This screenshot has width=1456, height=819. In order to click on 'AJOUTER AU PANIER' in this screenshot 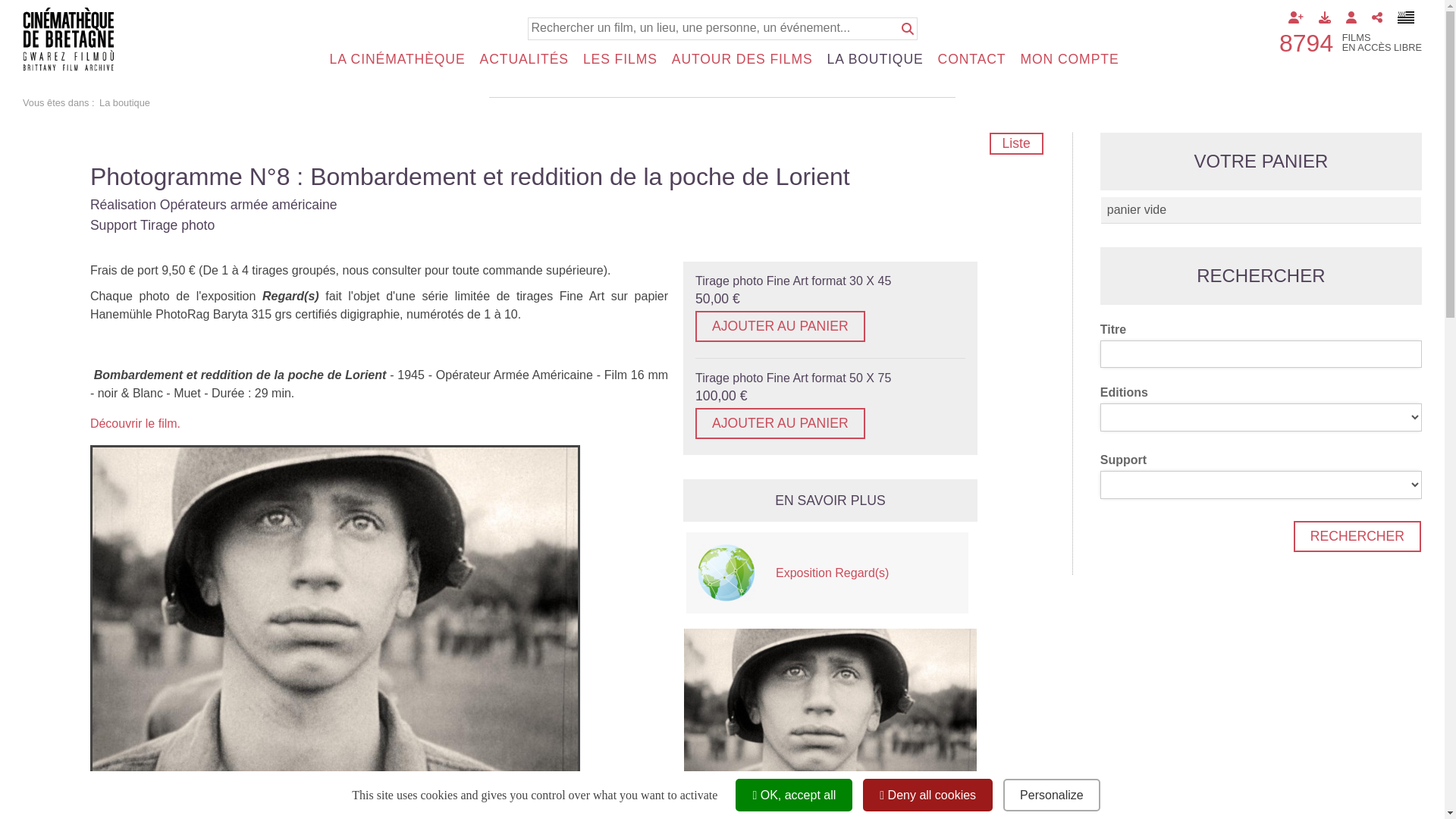, I will do `click(780, 325)`.